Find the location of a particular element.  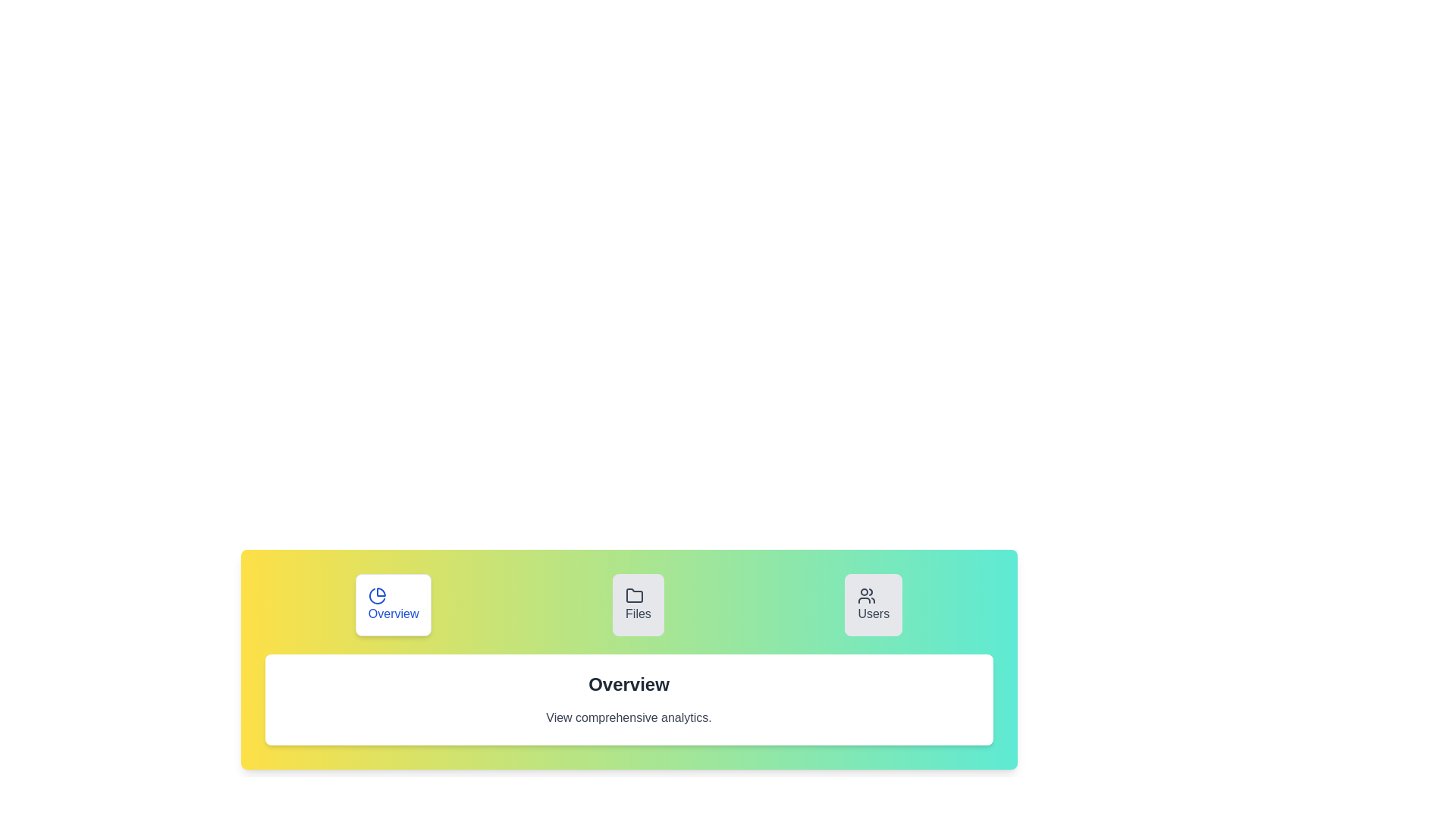

the Files tab to inspect its content is located at coordinates (637, 604).